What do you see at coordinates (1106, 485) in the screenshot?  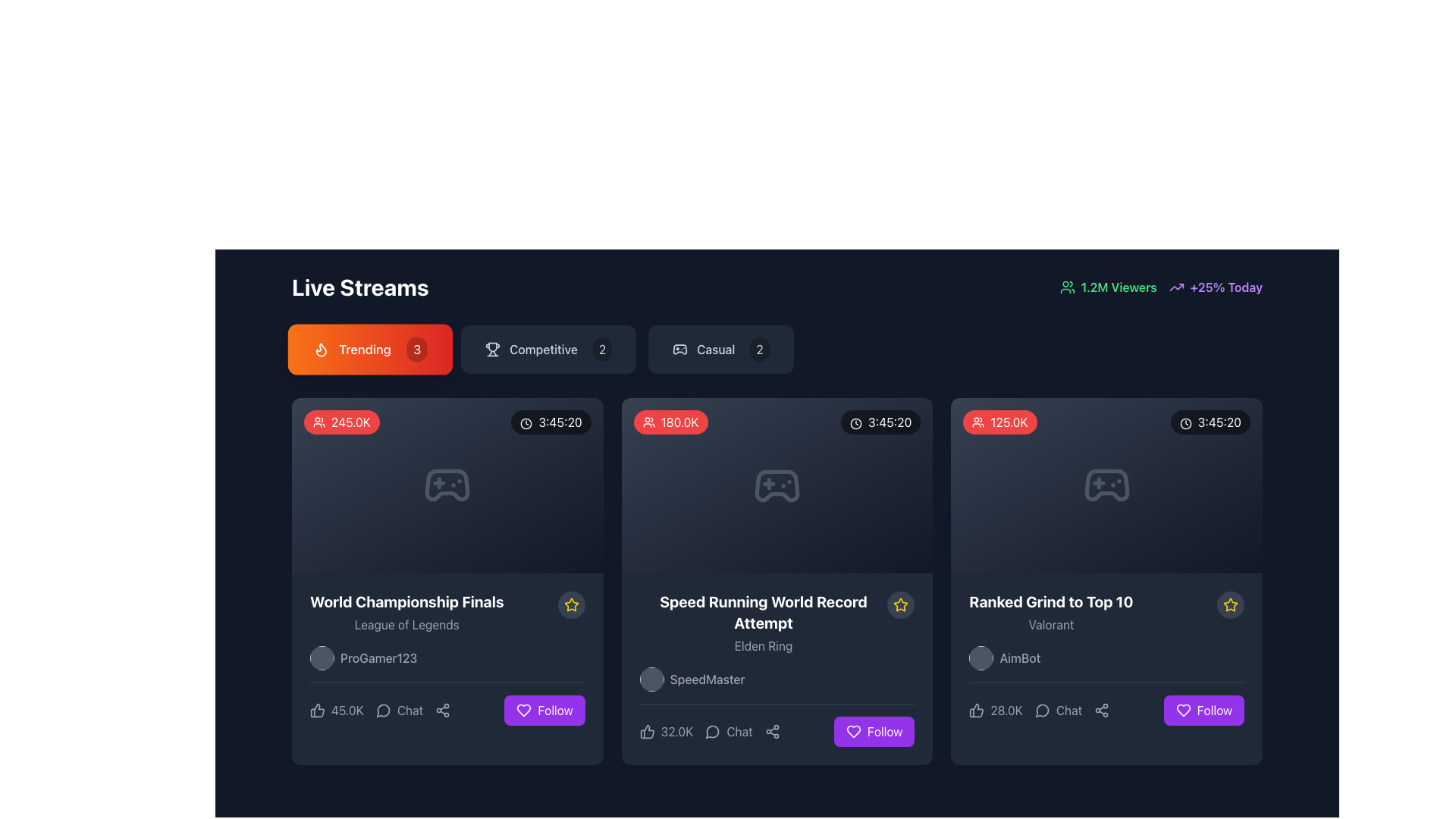 I see `the component displaying user count and duration with a game controller icon in between` at bounding box center [1106, 485].